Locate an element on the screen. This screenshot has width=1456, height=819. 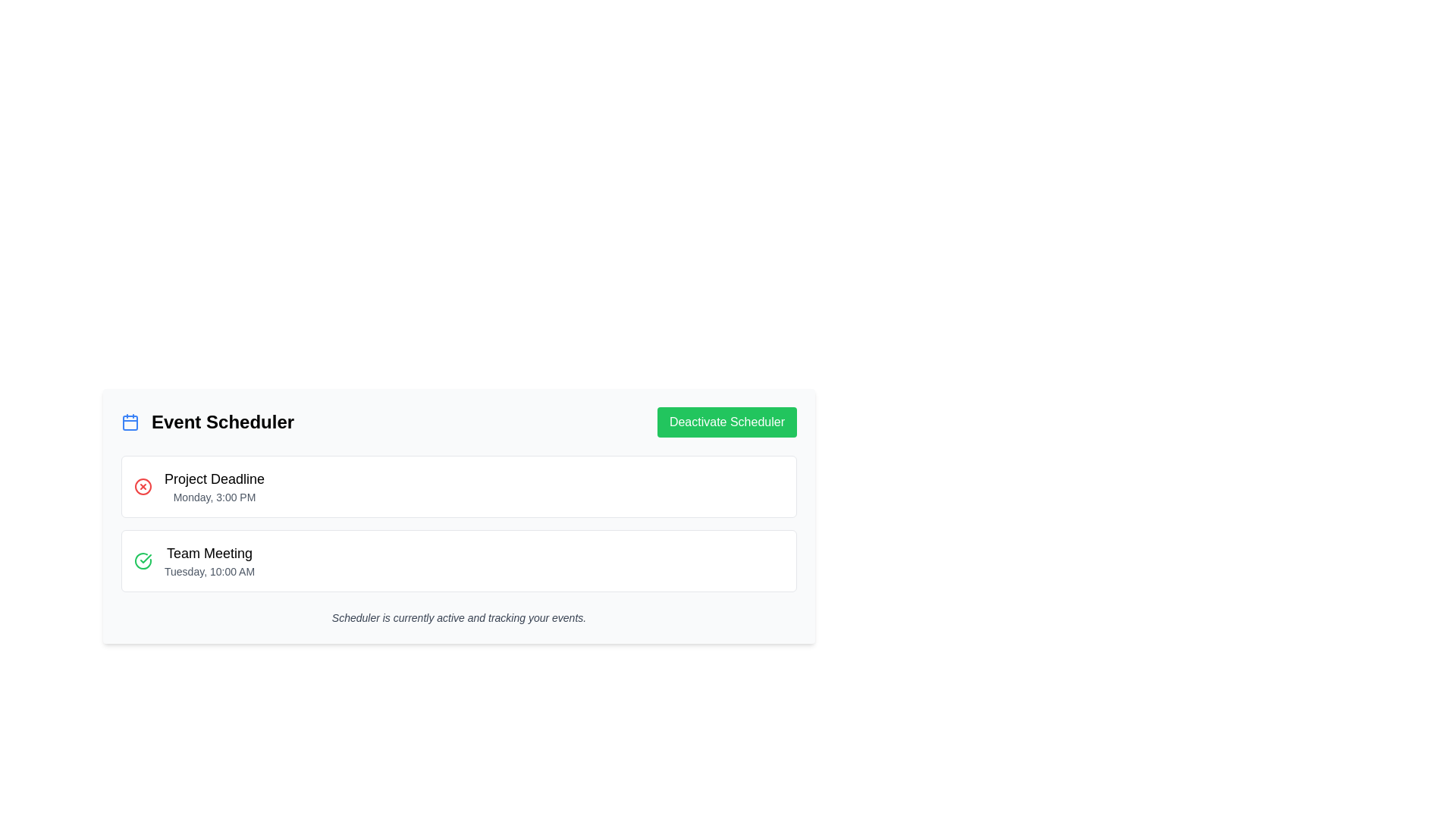
the text display component that shows 'Project Deadline' and 'Monday, 3:00 PM', located in the first card of the event list below 'Event Scheduler' is located at coordinates (214, 486).